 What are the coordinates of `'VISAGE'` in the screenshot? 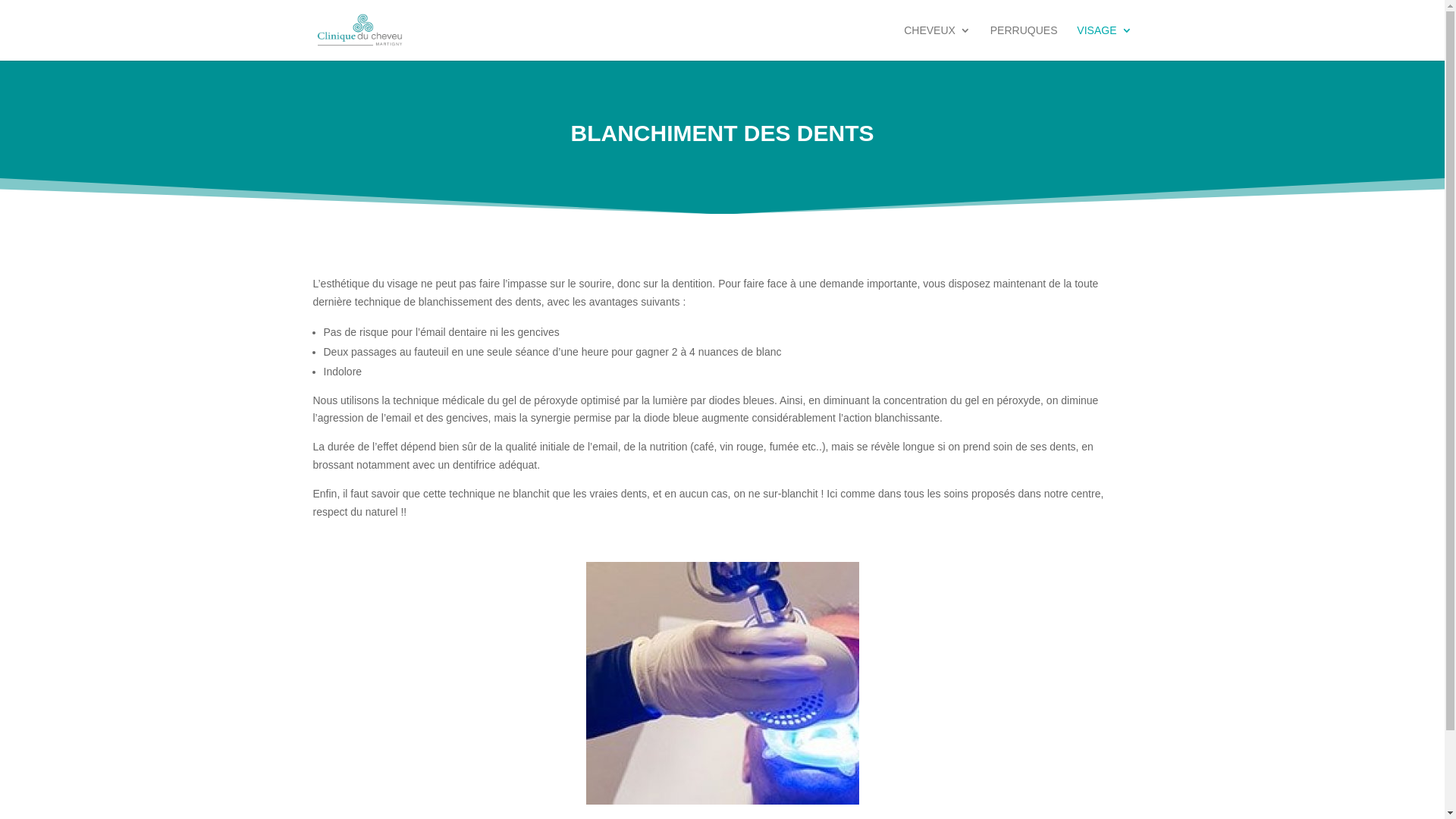 It's located at (1103, 42).